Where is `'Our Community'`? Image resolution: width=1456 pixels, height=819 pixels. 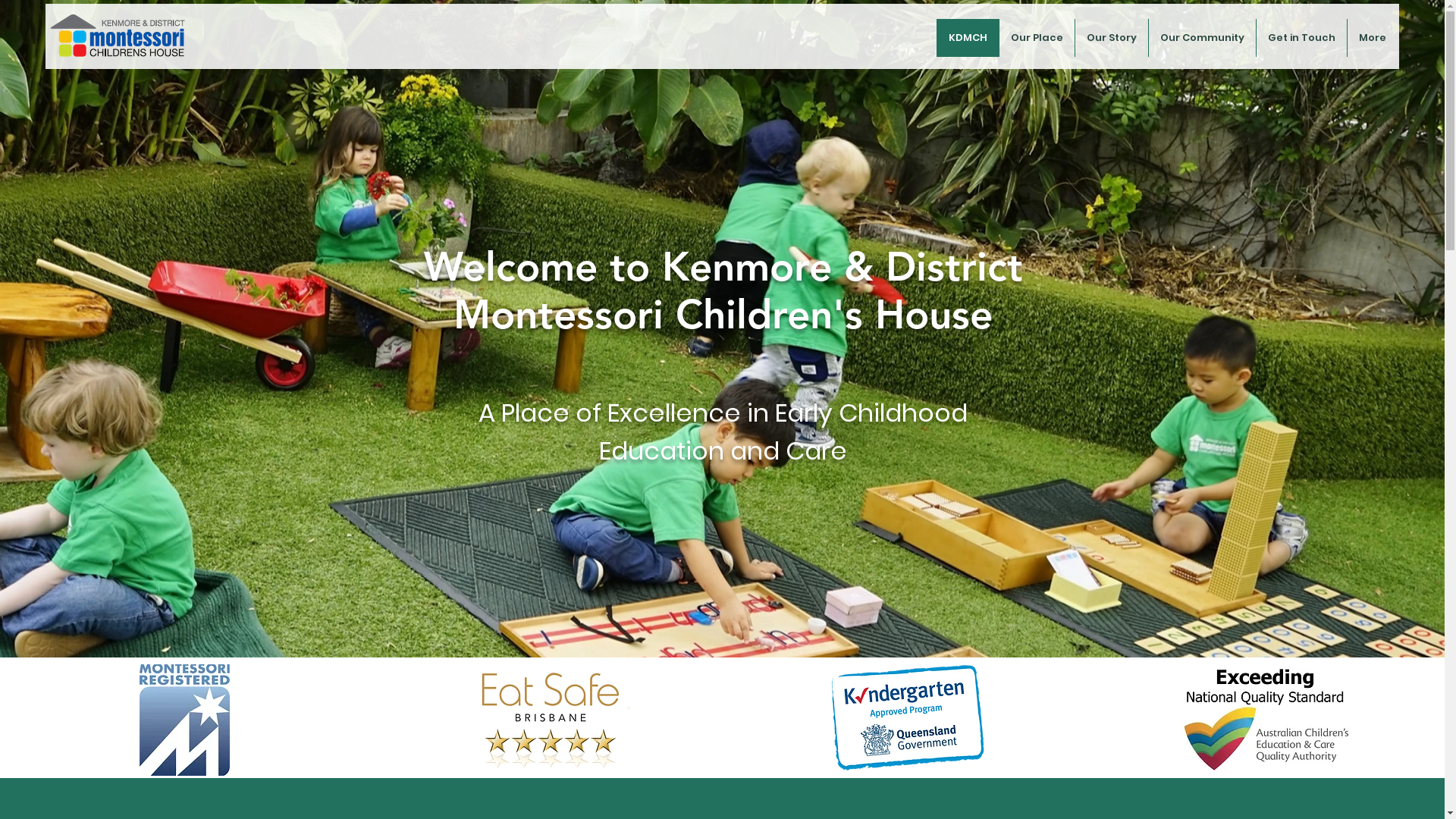
'Our Community' is located at coordinates (1200, 37).